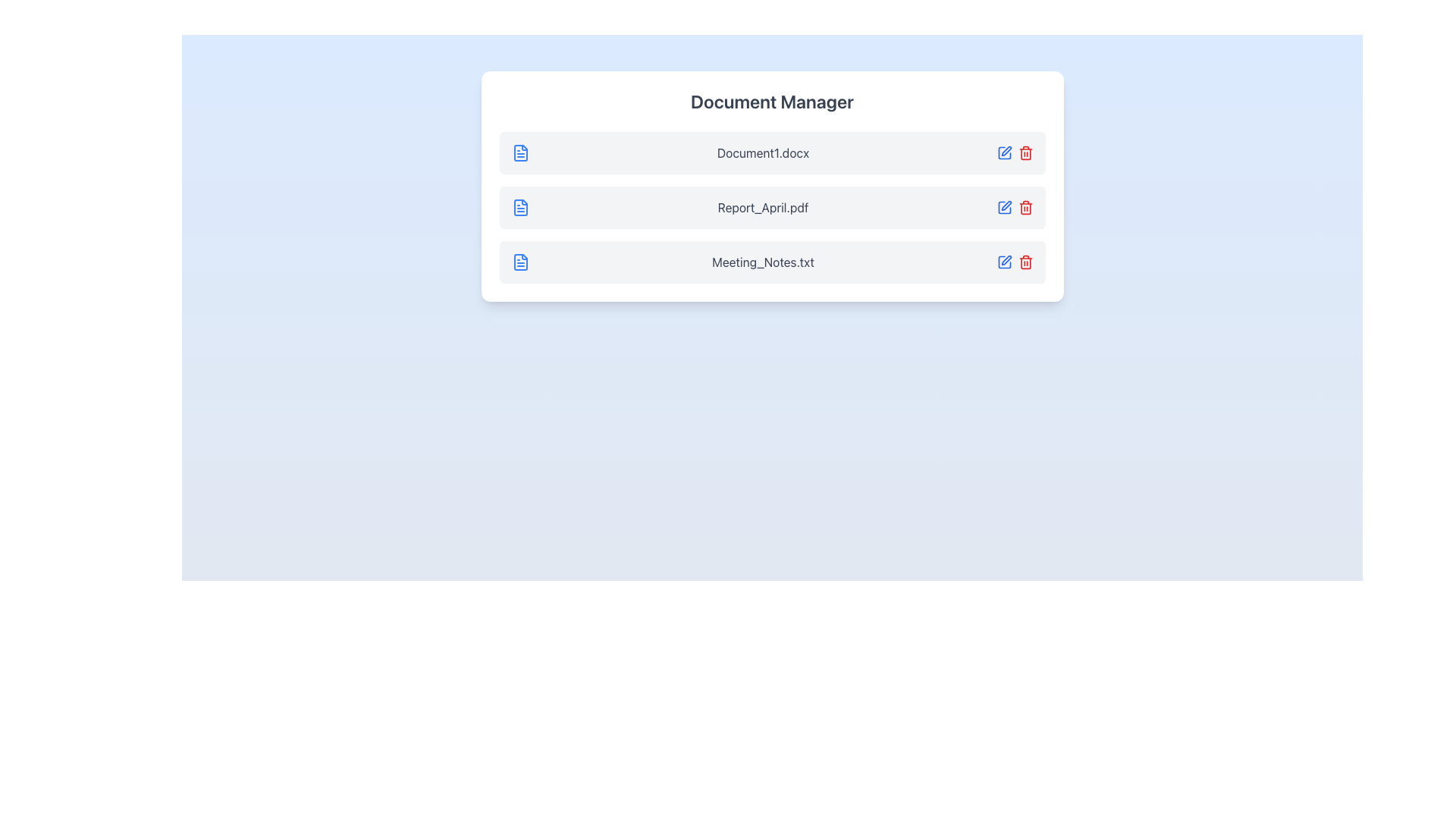 The image size is (1456, 819). Describe the element at coordinates (1025, 207) in the screenshot. I see `the trash icon button, which is a red-colored design associated with delete actions, located in the middle row of a list after the blue edit pen icon` at that location.